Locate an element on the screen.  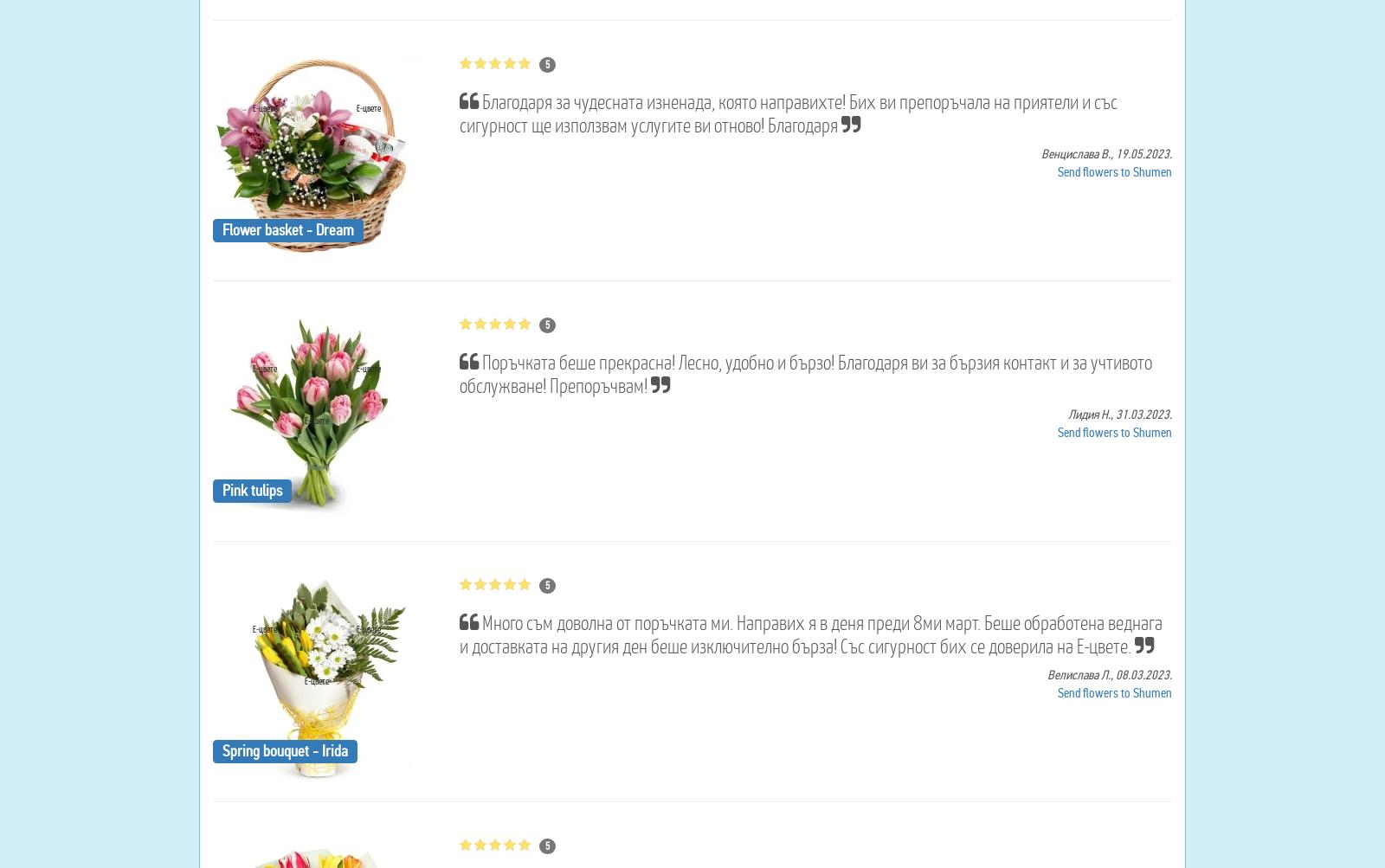
'08.03.2023.' is located at coordinates (1143, 673).